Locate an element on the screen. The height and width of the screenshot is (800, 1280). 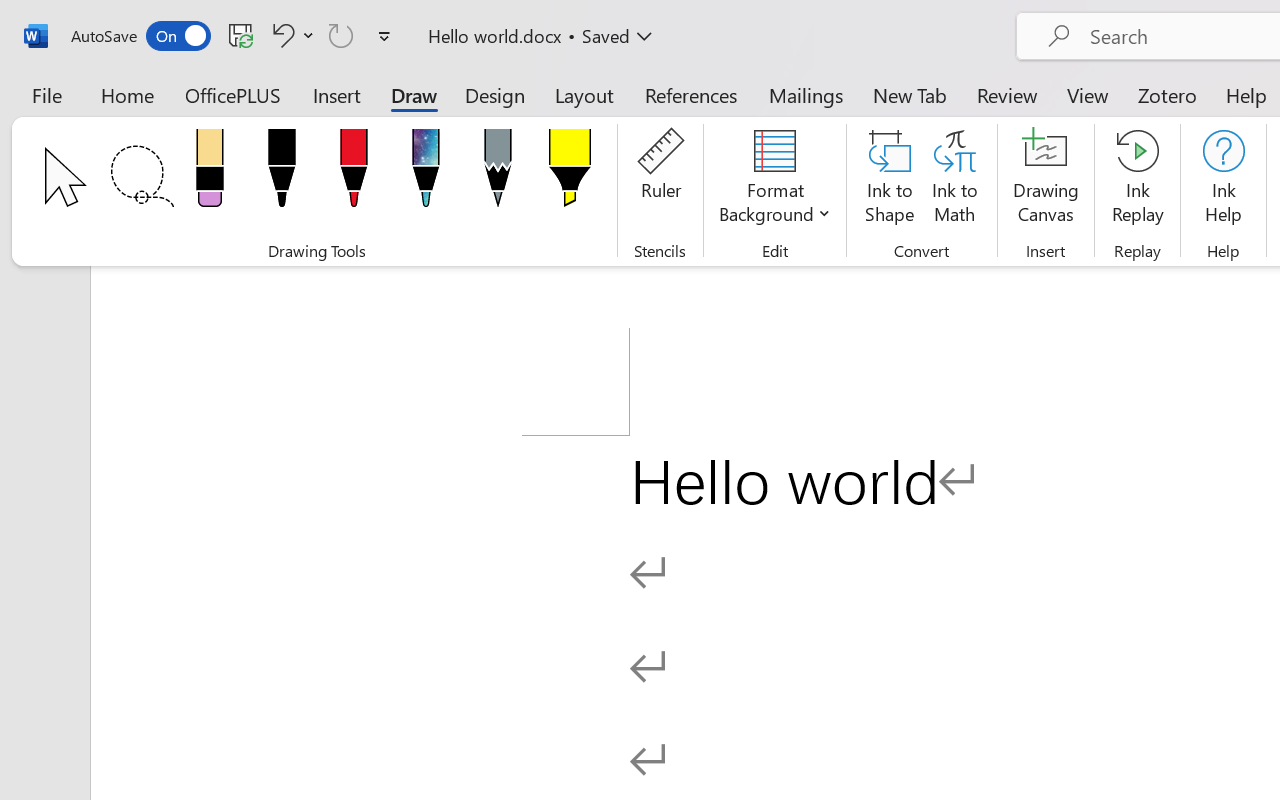
'Pen: Red, 0.5 mm' is located at coordinates (353, 173).